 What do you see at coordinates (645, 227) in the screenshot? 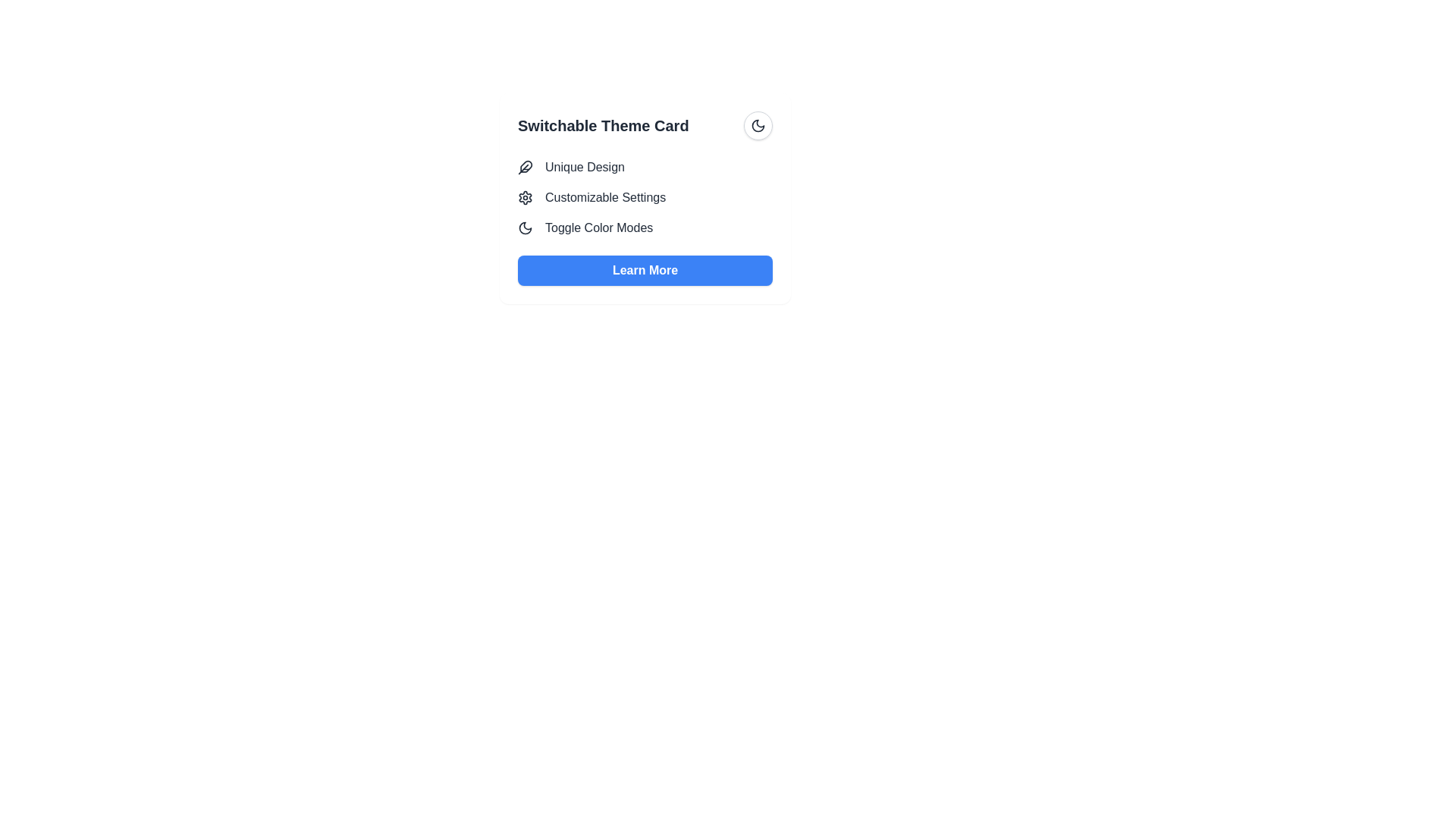
I see `the Text Label with Icon, which is the third item in a vertical list inside a card layout, positioned below 'Customizable Settings' and above the 'Learn More' button` at bounding box center [645, 227].